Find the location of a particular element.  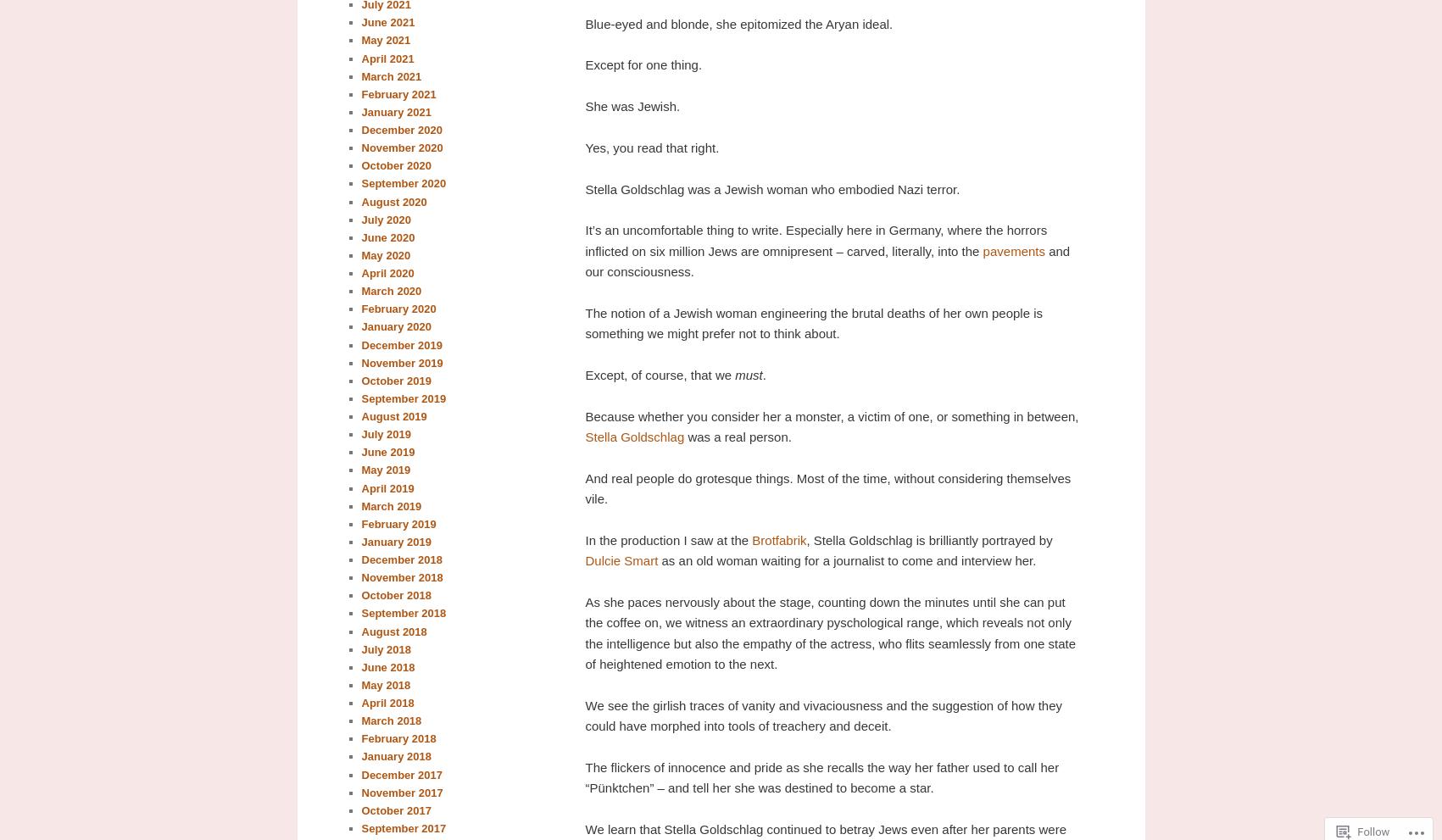

'Stella Goldschlag was a Jewish woman who embodied Nazi terror.' is located at coordinates (583, 187).